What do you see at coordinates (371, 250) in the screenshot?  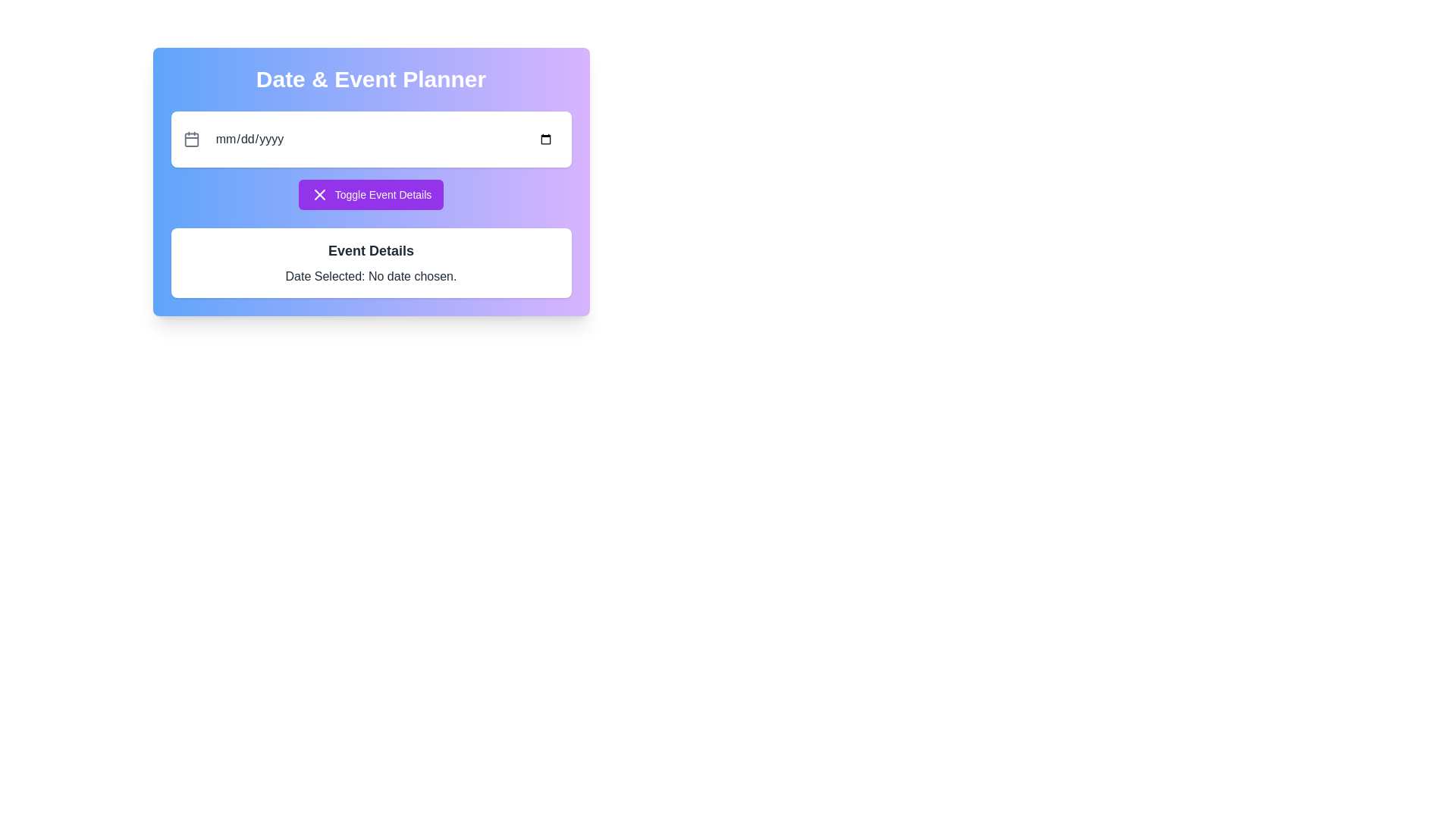 I see `text header displaying 'Event Details' which is prominently styled in bold, black font and located below the 'Toggle Event Details' button` at bounding box center [371, 250].